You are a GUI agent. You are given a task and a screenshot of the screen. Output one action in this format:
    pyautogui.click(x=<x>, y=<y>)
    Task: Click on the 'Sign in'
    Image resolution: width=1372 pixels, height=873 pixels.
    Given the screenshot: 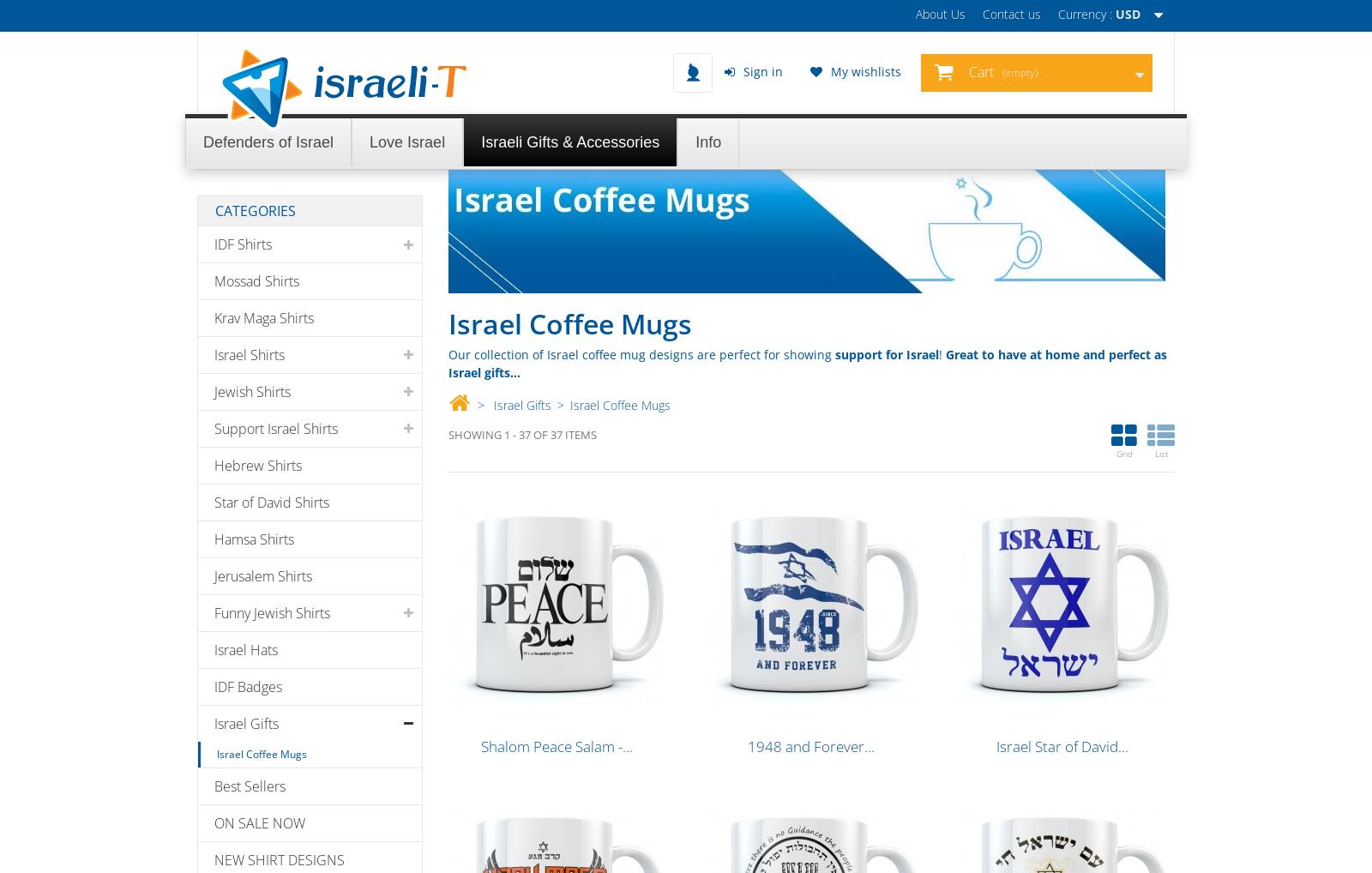 What is the action you would take?
    pyautogui.click(x=761, y=70)
    